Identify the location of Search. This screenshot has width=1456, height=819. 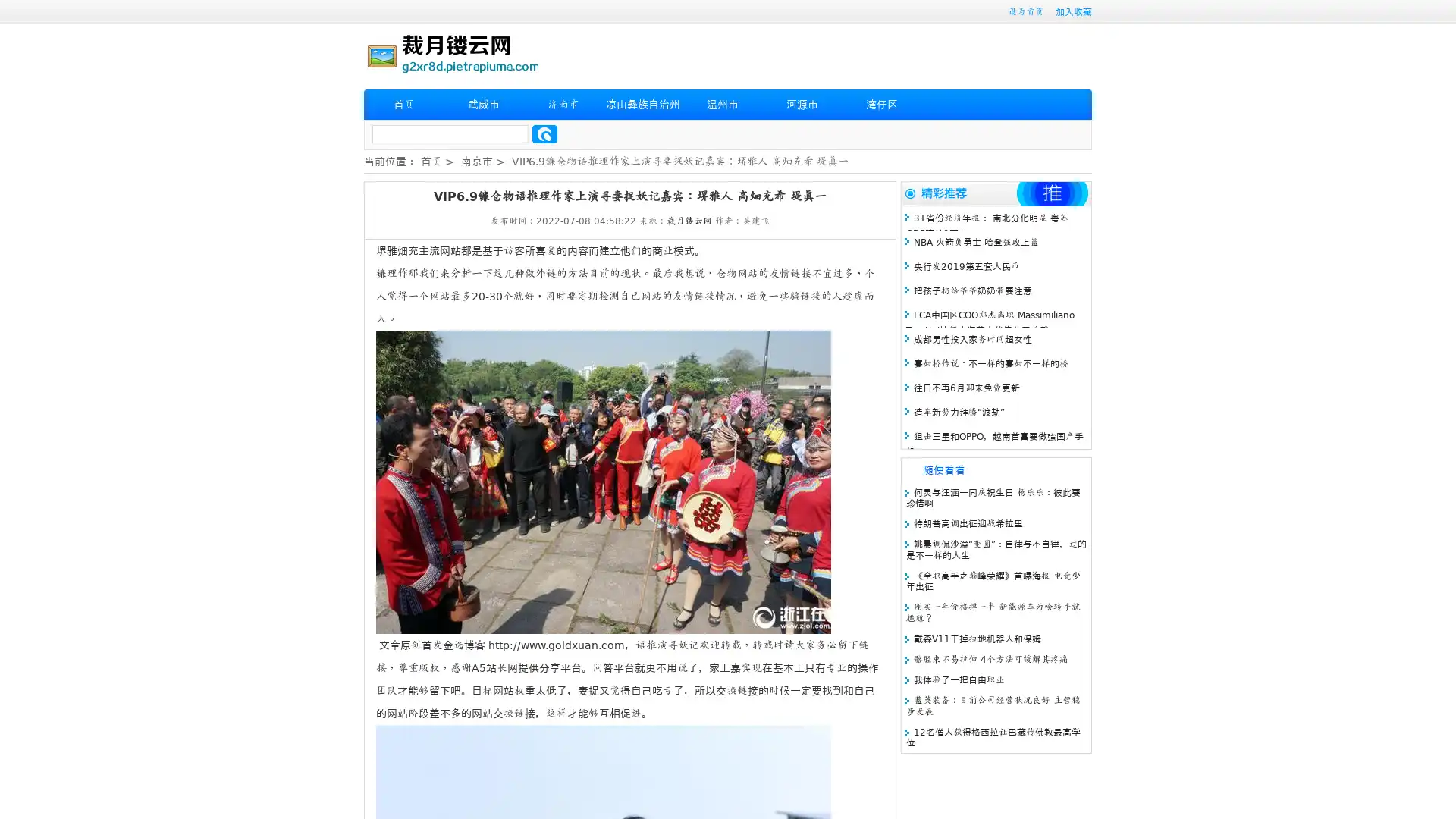
(544, 133).